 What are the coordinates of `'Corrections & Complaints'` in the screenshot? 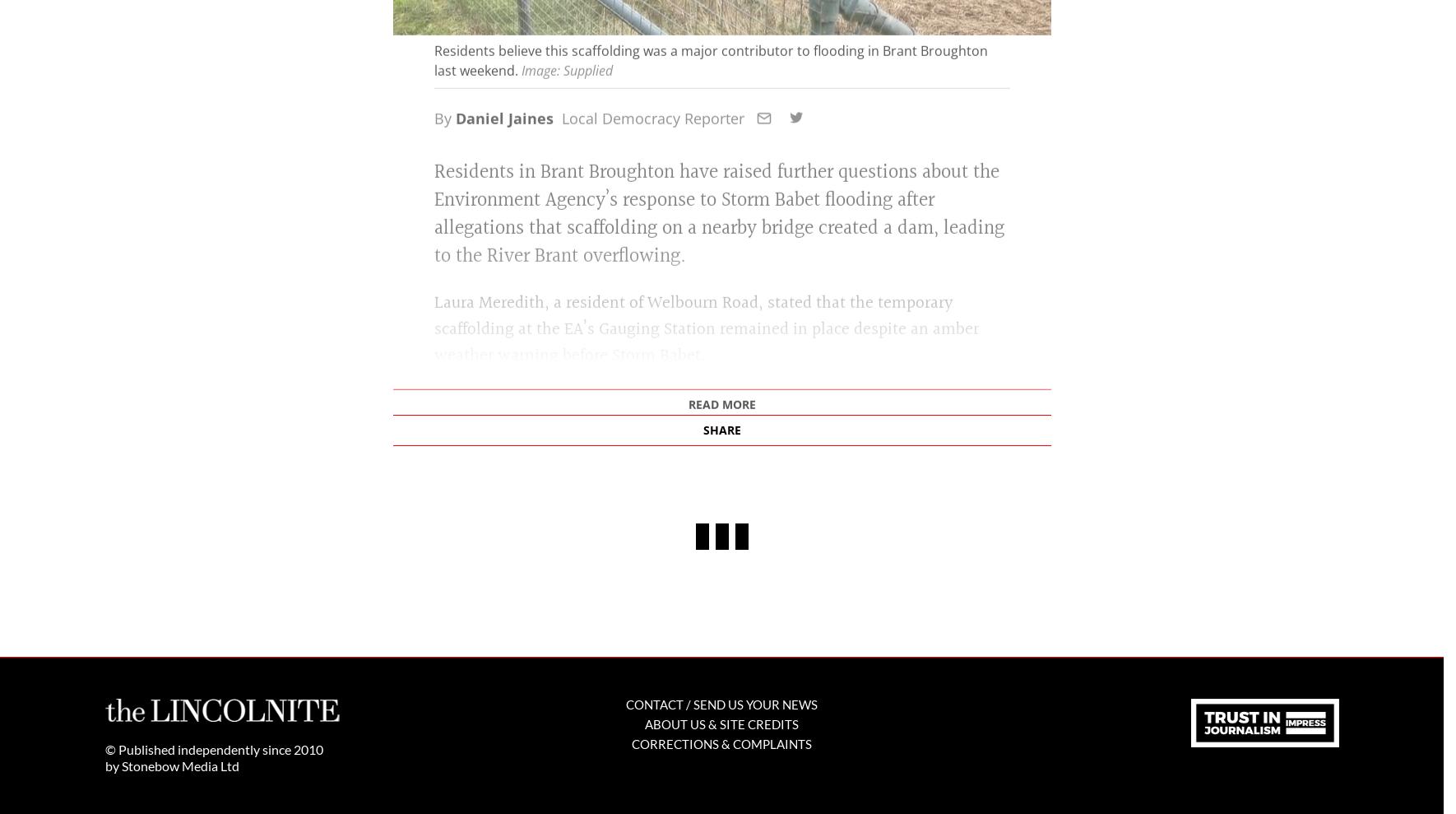 It's located at (721, 752).